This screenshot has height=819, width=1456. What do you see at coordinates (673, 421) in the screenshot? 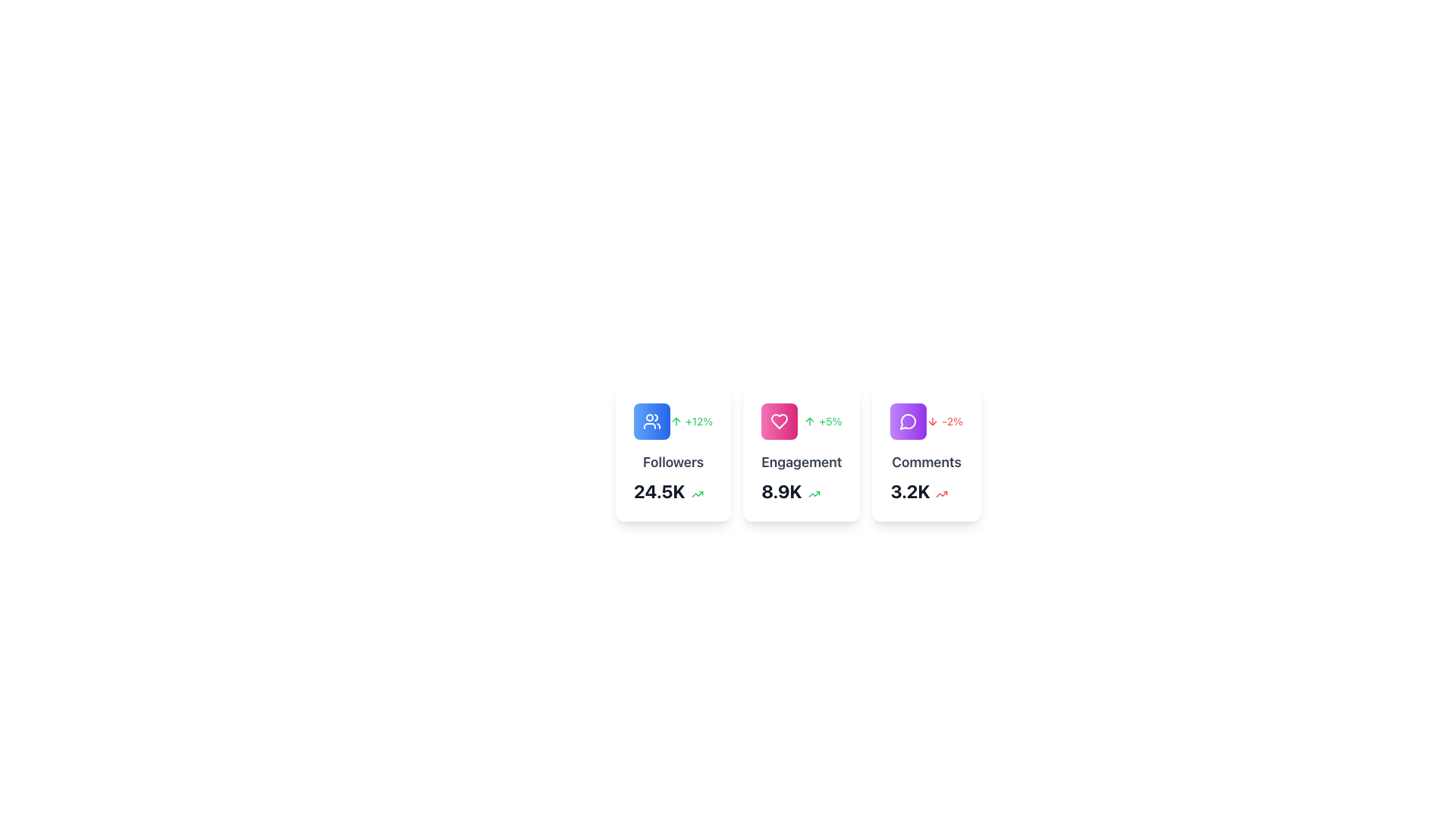
I see `the positive change indicator for the 'Followers' metric, which shows a 12% growth, located in the top section of the card displaying 'Followers' statistics` at bounding box center [673, 421].